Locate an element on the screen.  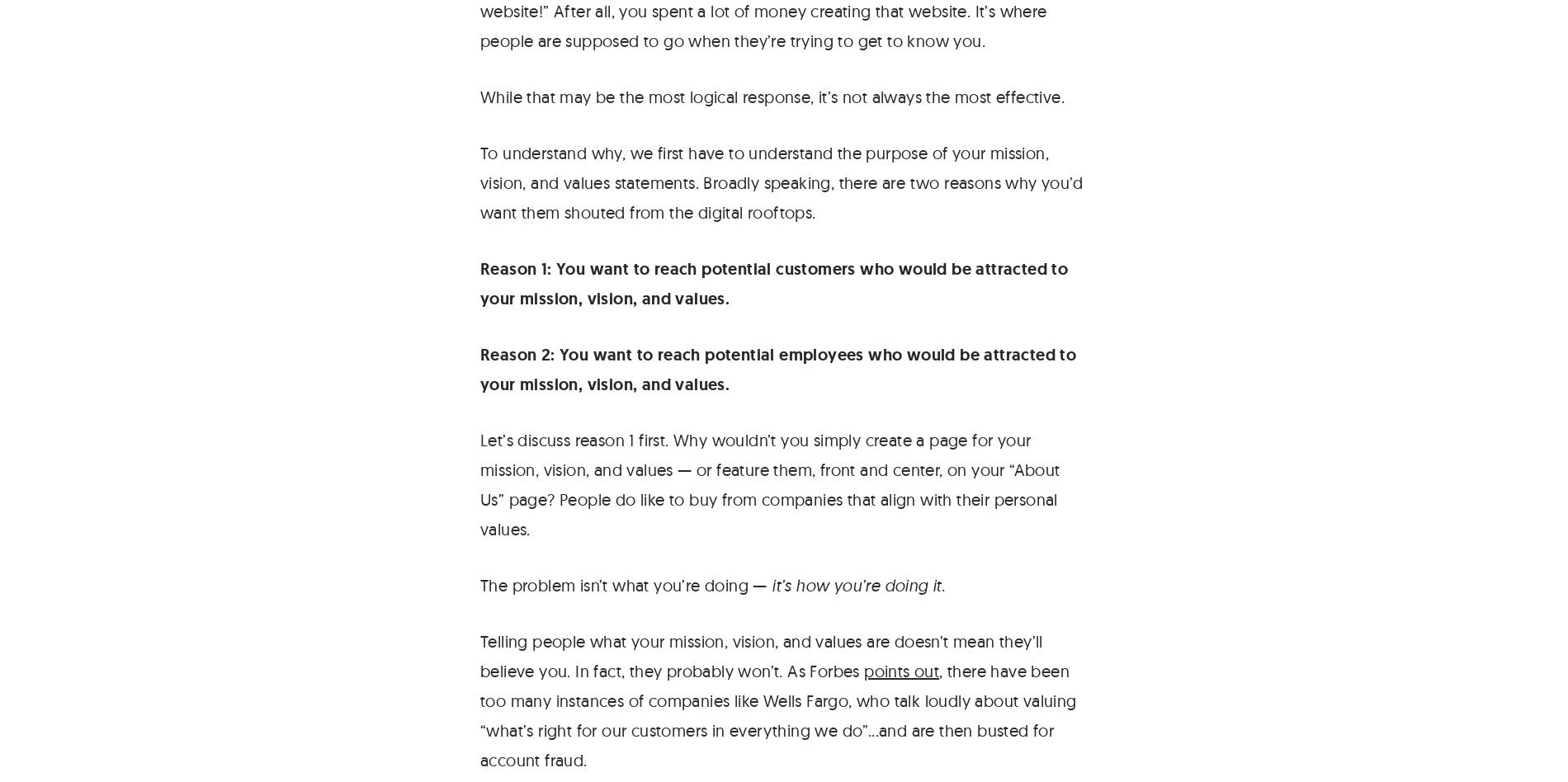
'703.891.0670' is located at coordinates (65, 78).